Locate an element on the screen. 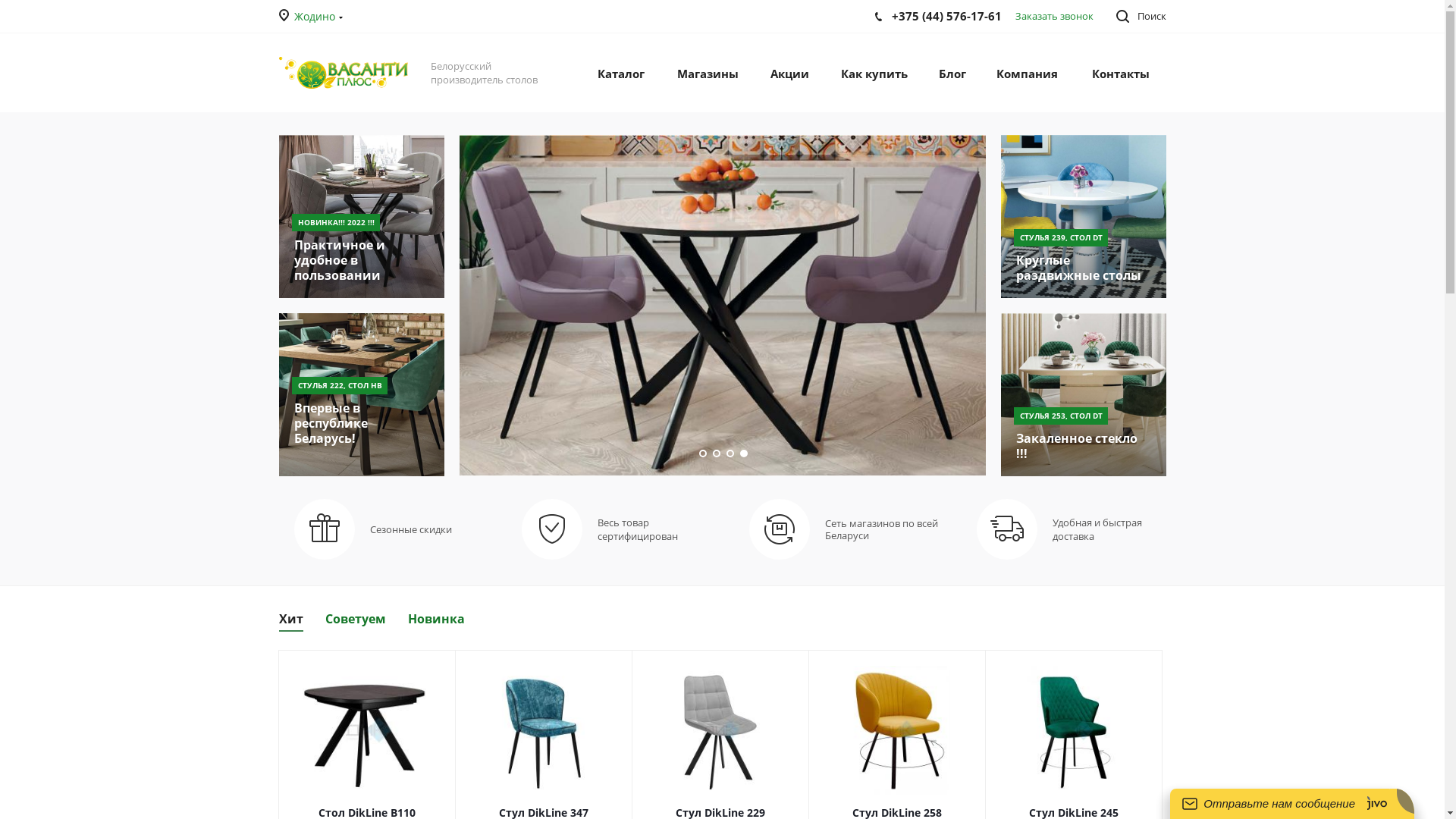 This screenshot has width=1456, height=819. '4' is located at coordinates (743, 452).